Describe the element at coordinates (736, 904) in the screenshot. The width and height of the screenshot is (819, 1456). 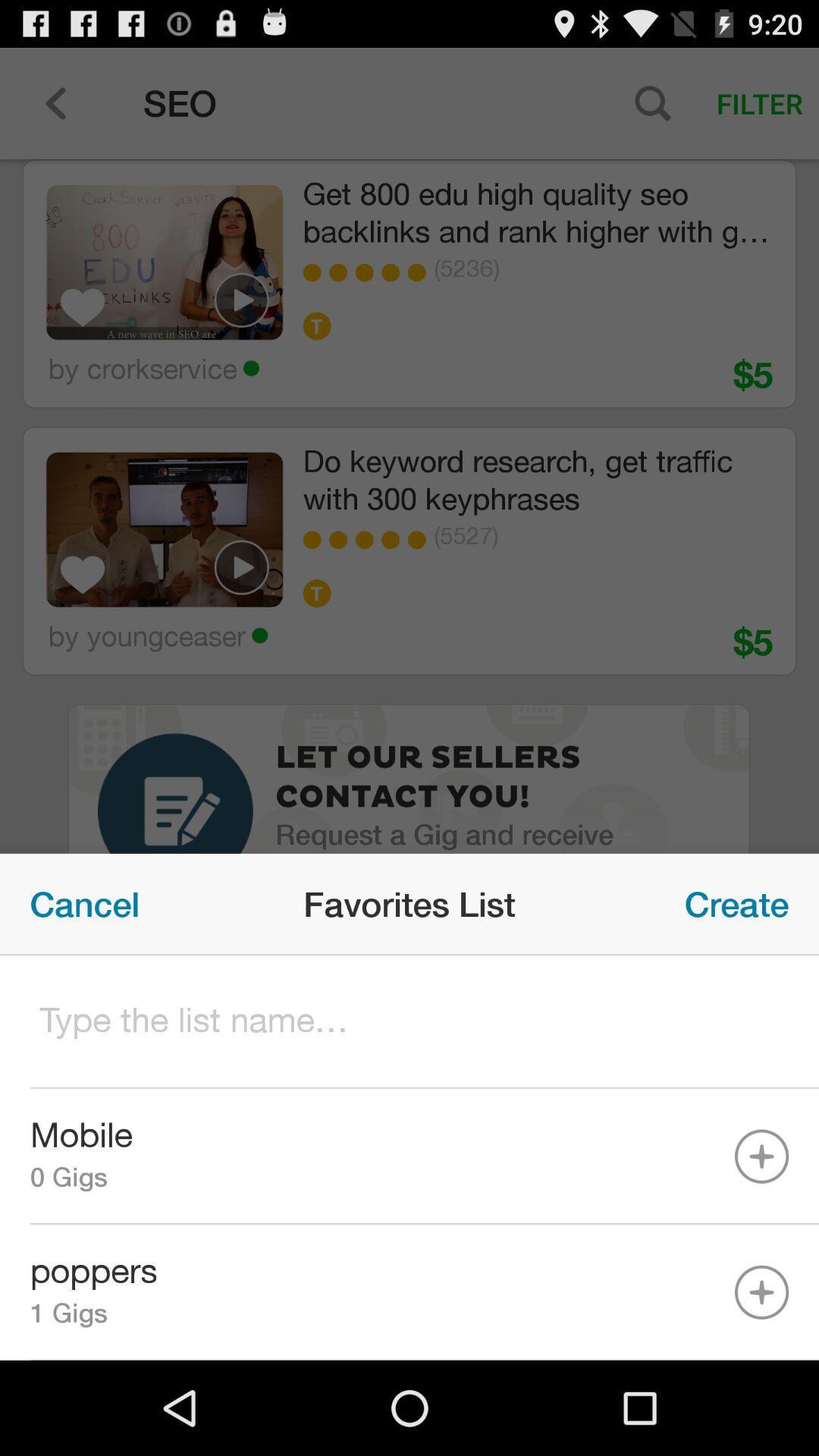
I see `create icon` at that location.